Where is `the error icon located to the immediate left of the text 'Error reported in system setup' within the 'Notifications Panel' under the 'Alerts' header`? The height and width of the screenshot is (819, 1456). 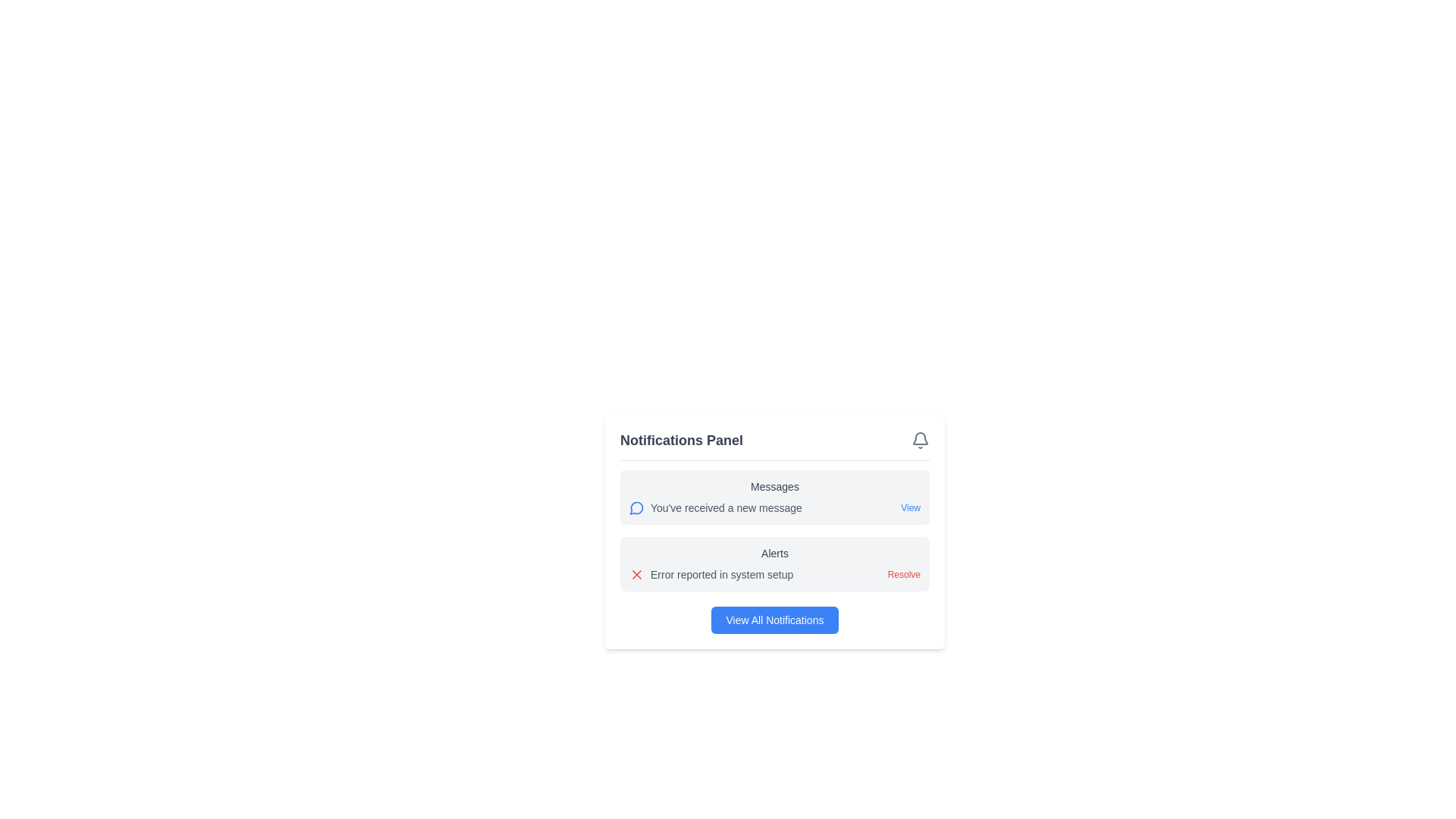 the error icon located to the immediate left of the text 'Error reported in system setup' within the 'Notifications Panel' under the 'Alerts' header is located at coordinates (637, 575).